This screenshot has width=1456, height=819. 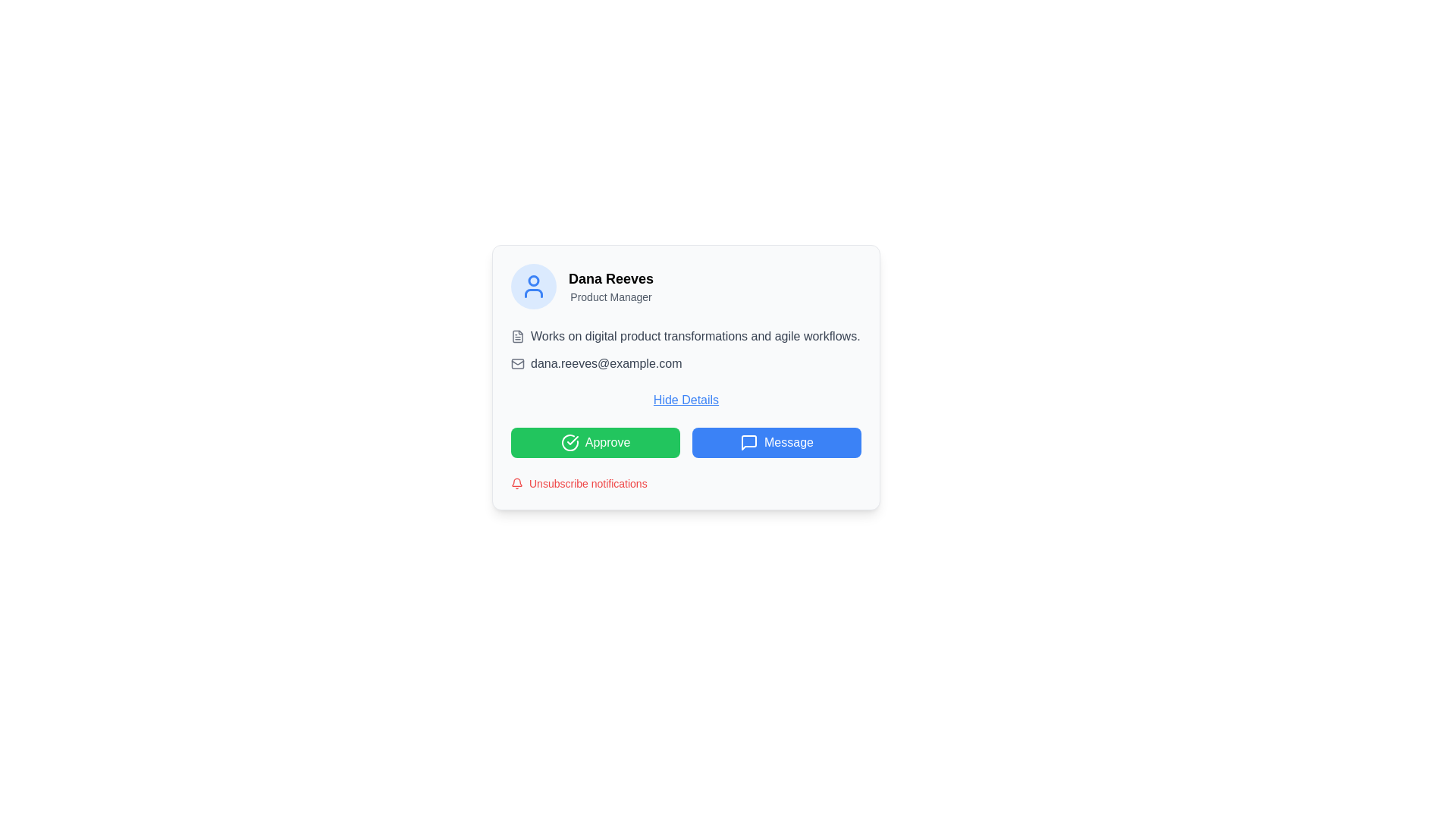 What do you see at coordinates (686, 335) in the screenshot?
I see `the static text element that displays 'Works on digital product transformations and agile workflows.' which is styled with a regular font and preceded by an icon of a document, located beneath the header 'Dana Reeves' and above the email address 'dana.reeves@example.com'` at bounding box center [686, 335].